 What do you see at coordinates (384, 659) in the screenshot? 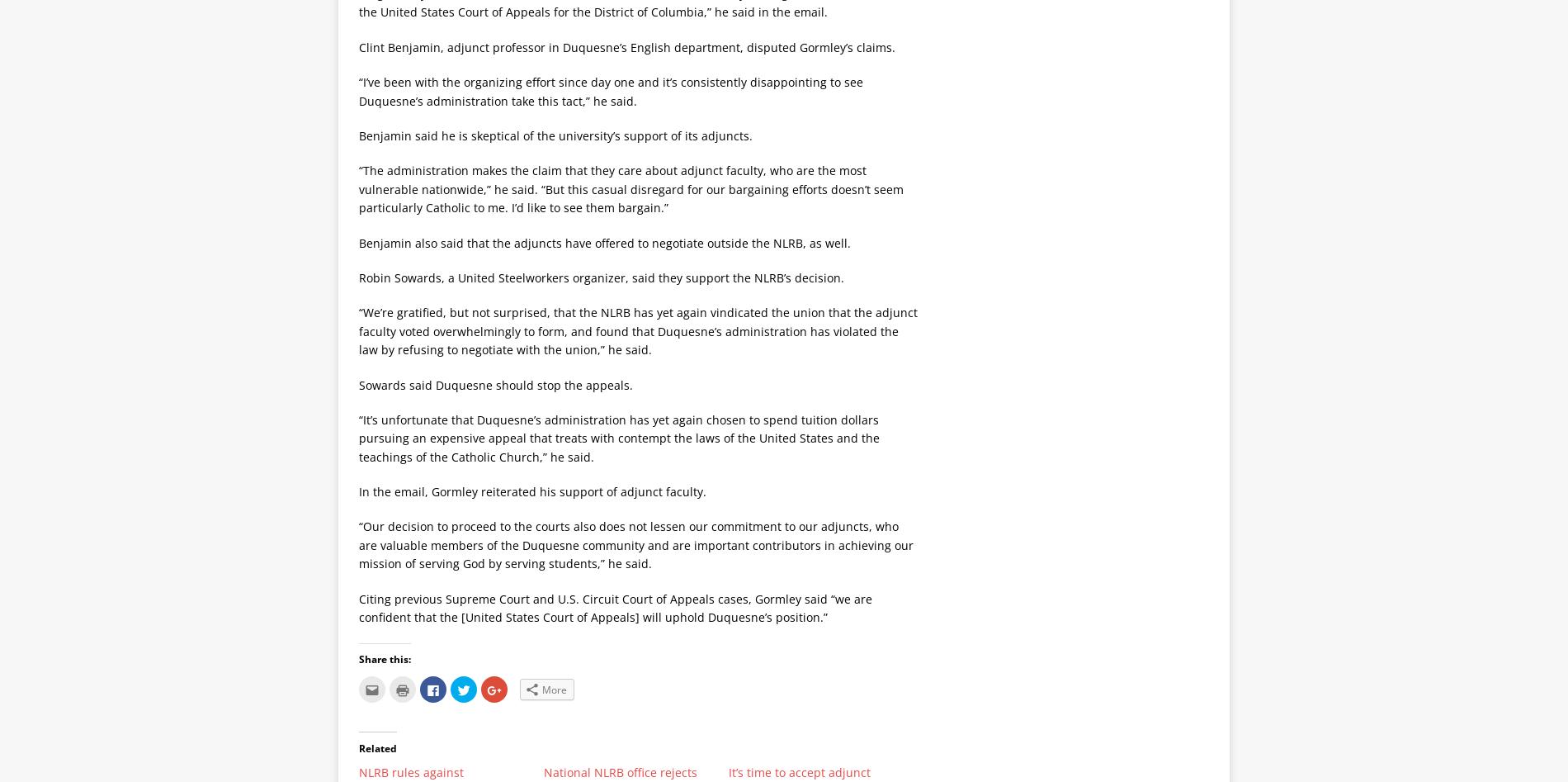
I see `'Share this:'` at bounding box center [384, 659].